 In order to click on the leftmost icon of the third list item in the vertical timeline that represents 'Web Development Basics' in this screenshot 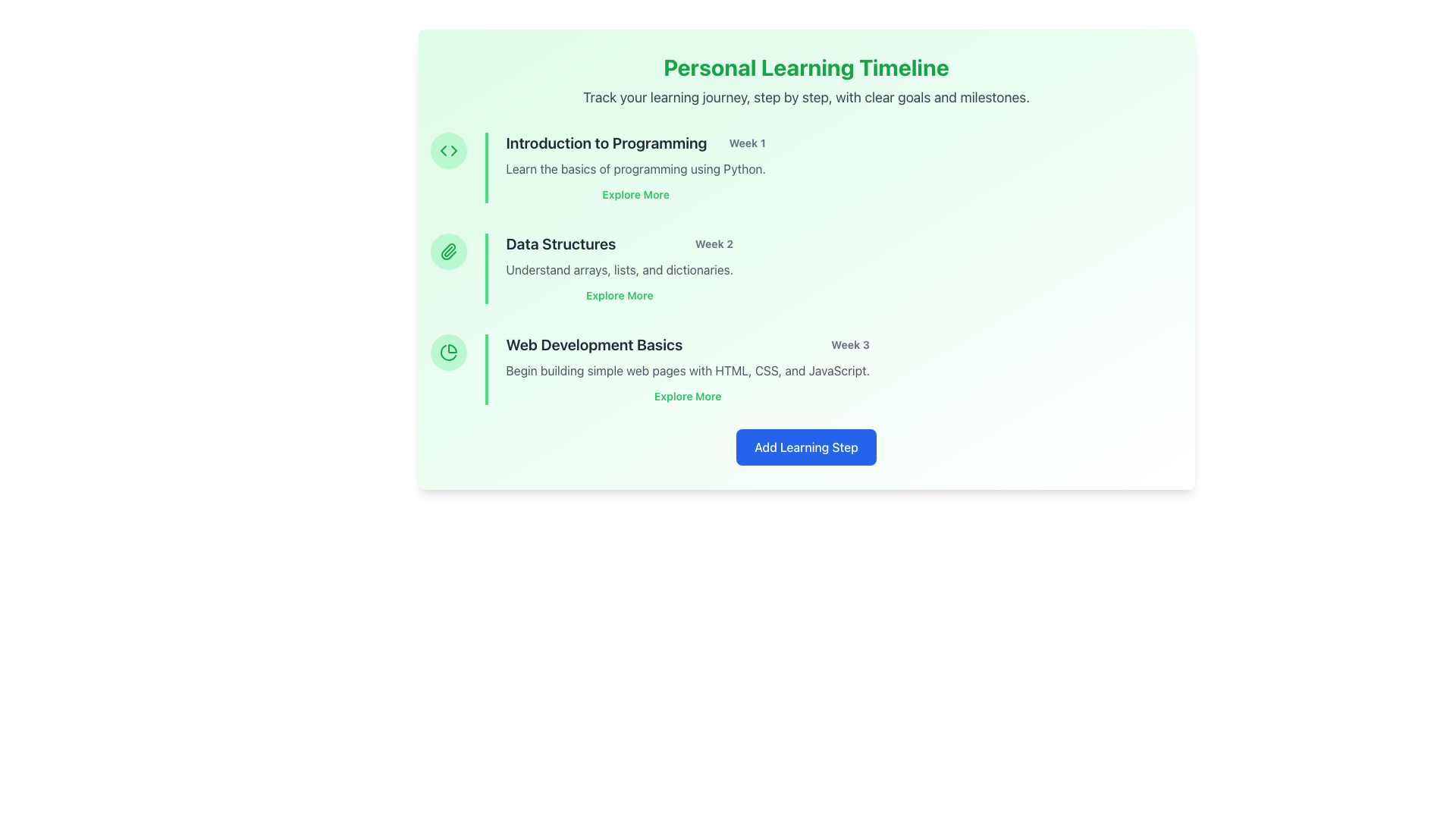, I will do `click(451, 348)`.